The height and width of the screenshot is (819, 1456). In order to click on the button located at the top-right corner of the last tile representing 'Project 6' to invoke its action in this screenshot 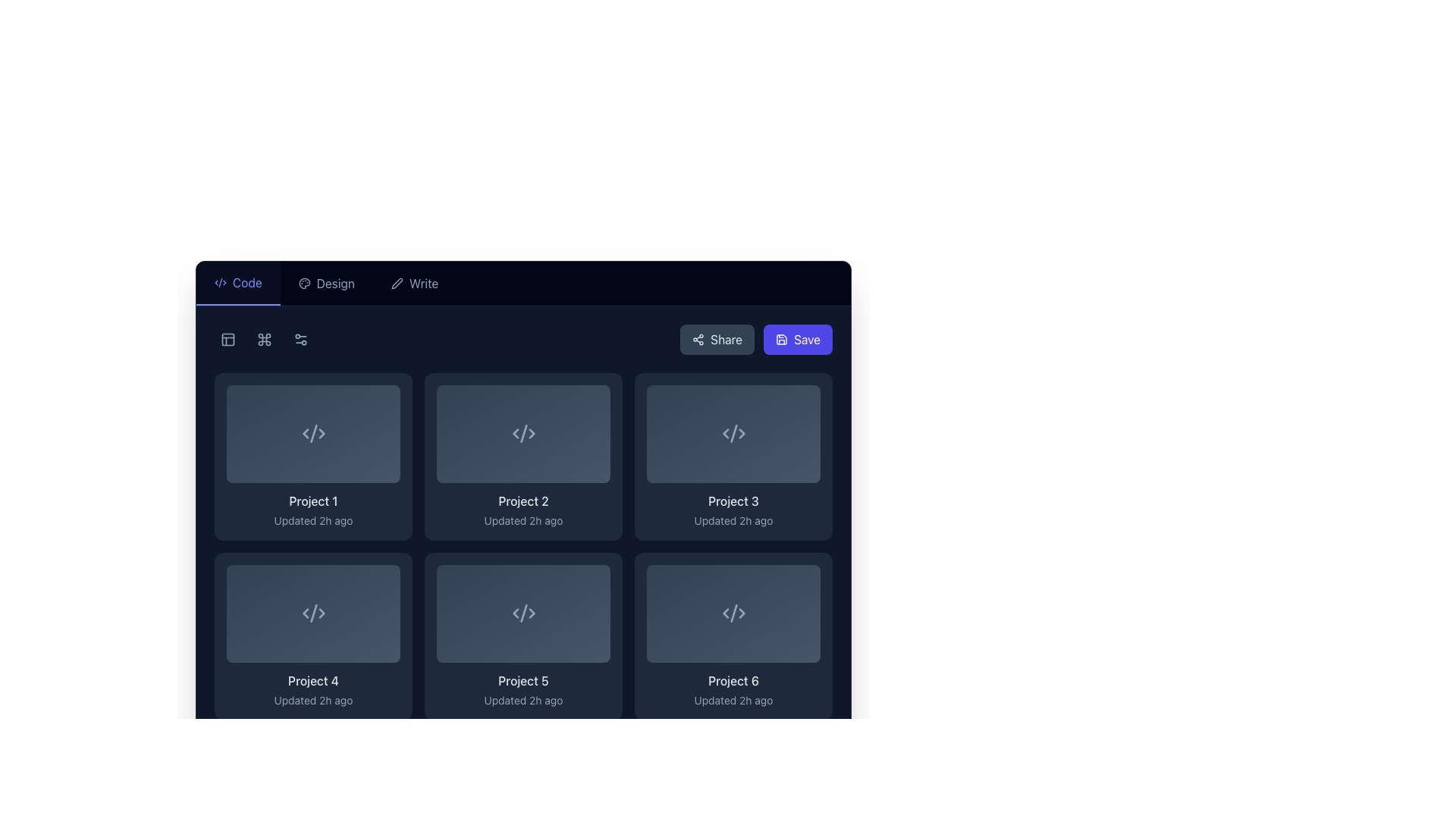, I will do `click(817, 567)`.